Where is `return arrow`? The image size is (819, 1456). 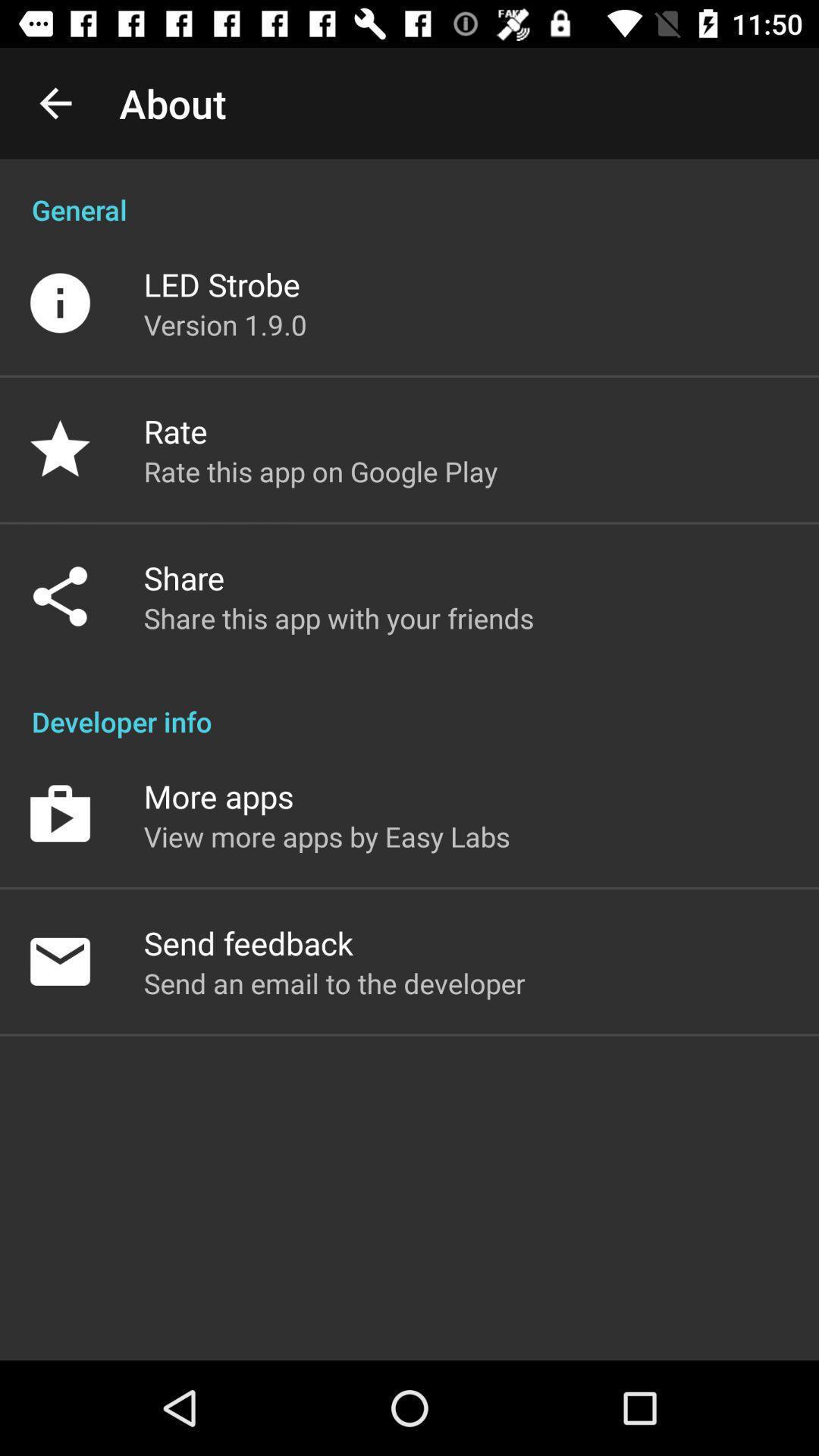
return arrow is located at coordinates (55, 102).